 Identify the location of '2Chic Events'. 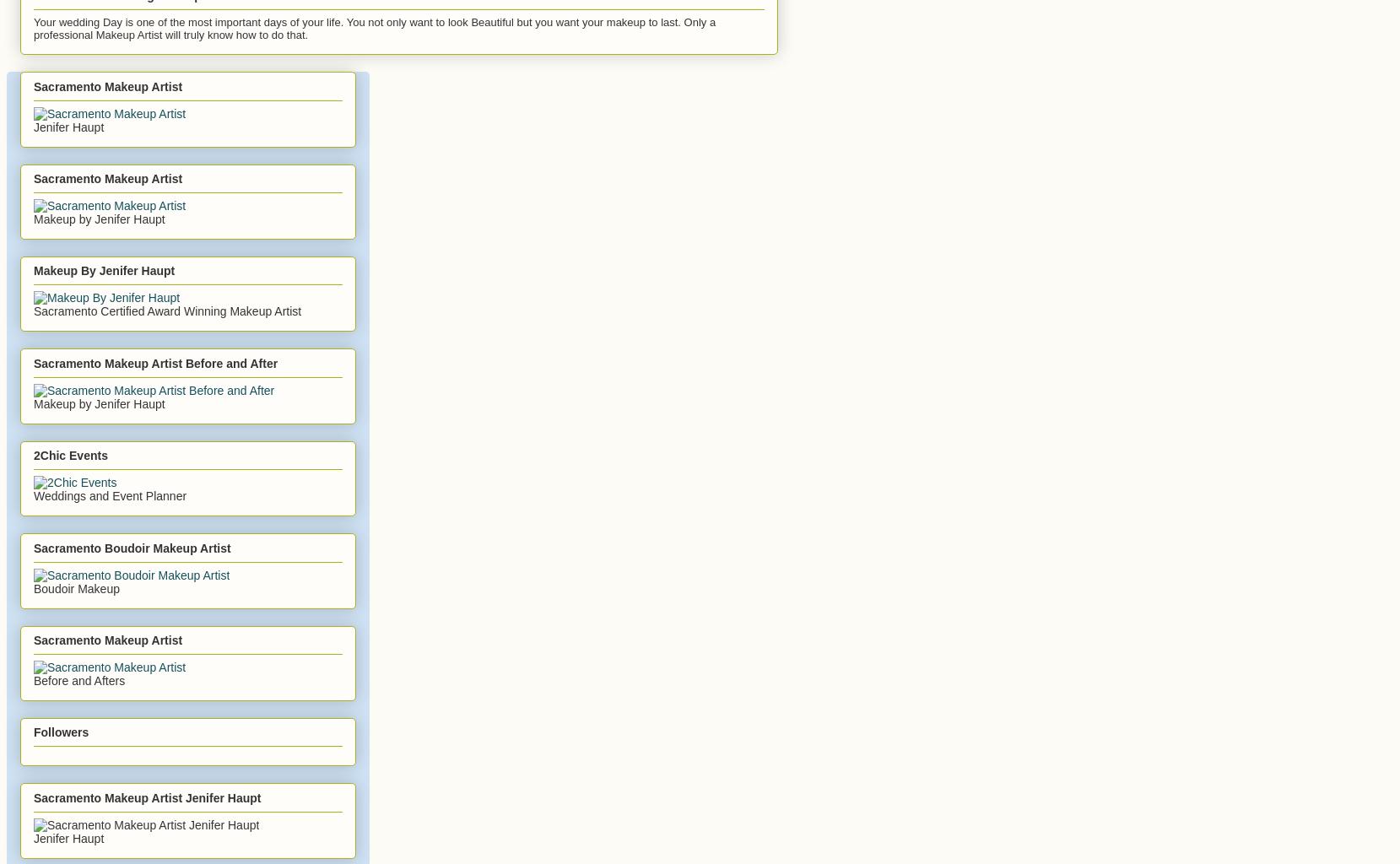
(69, 455).